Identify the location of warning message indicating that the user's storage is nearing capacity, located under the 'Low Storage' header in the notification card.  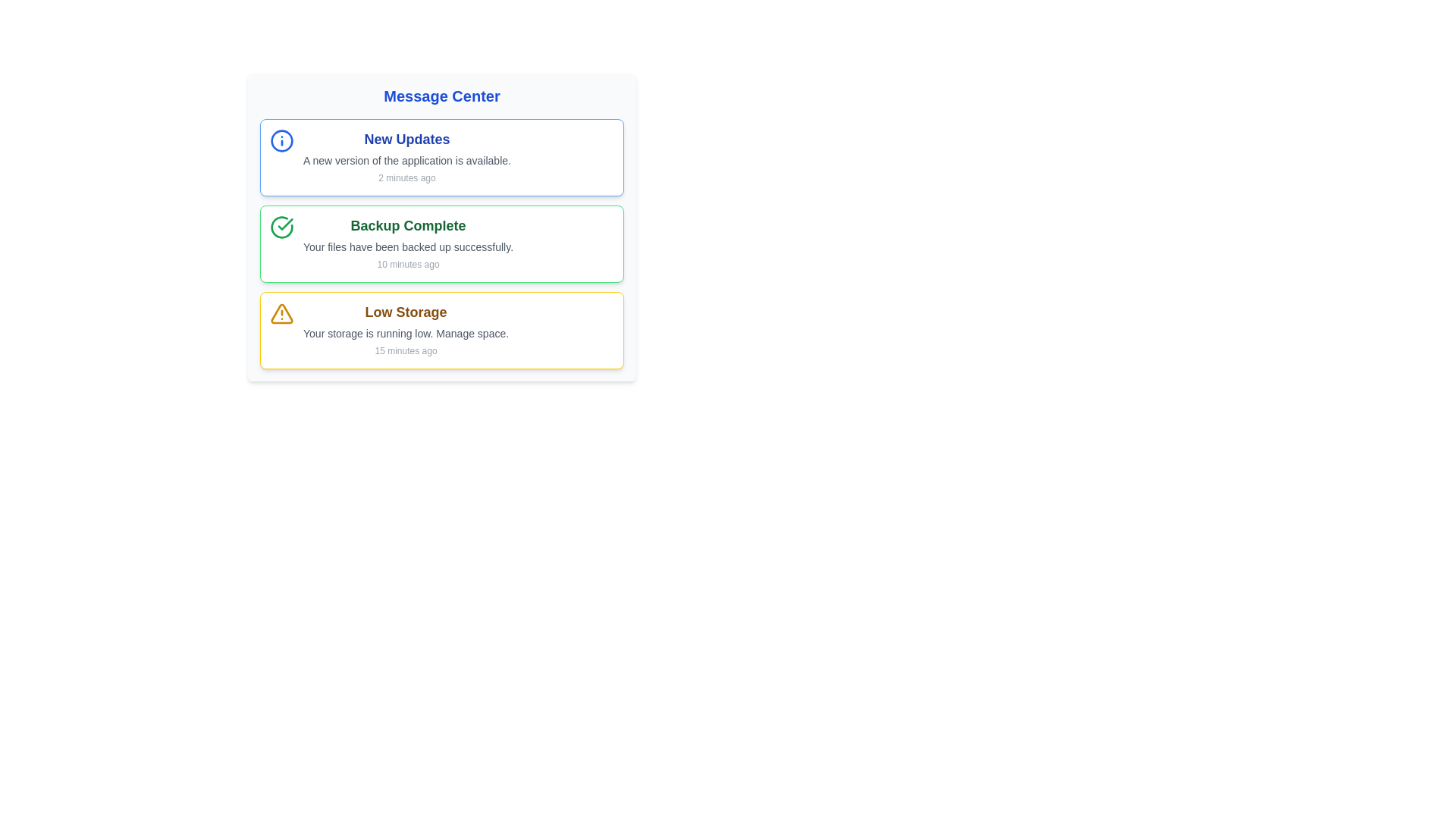
(406, 332).